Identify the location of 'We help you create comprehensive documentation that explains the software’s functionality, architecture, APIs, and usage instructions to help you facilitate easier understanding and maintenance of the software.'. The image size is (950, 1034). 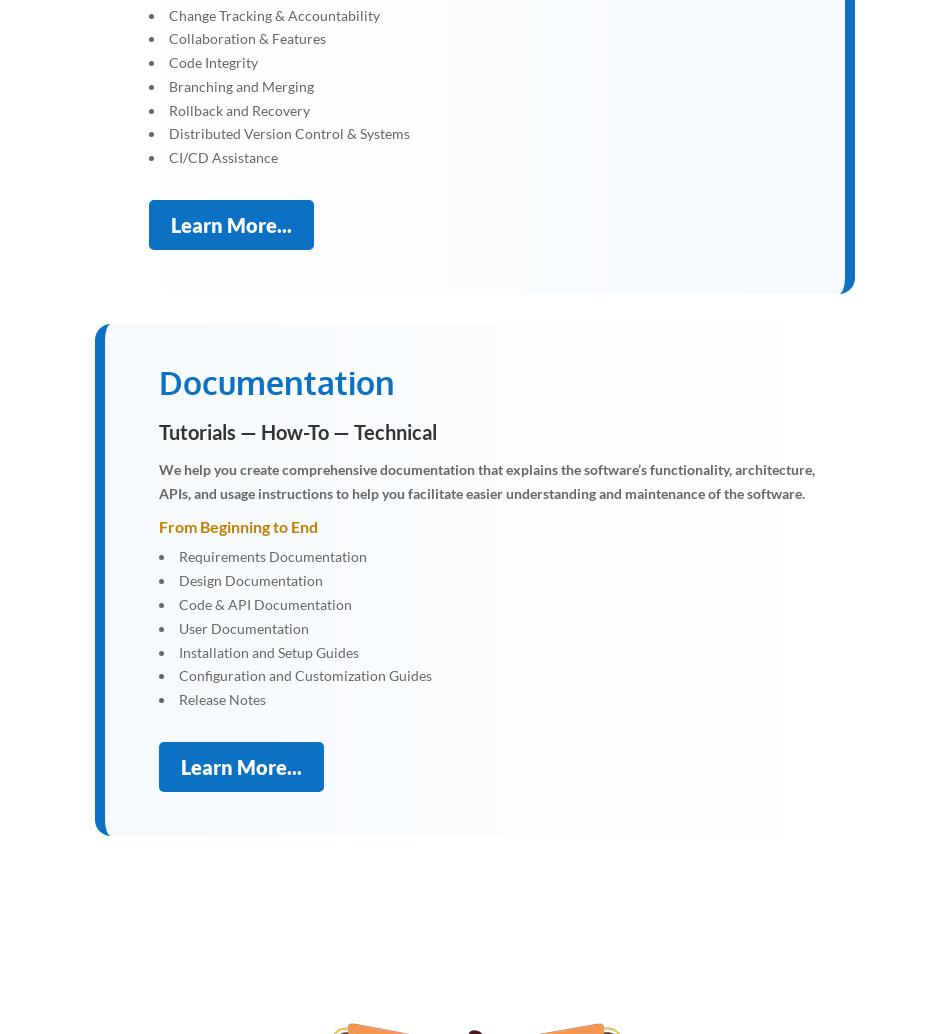
(486, 479).